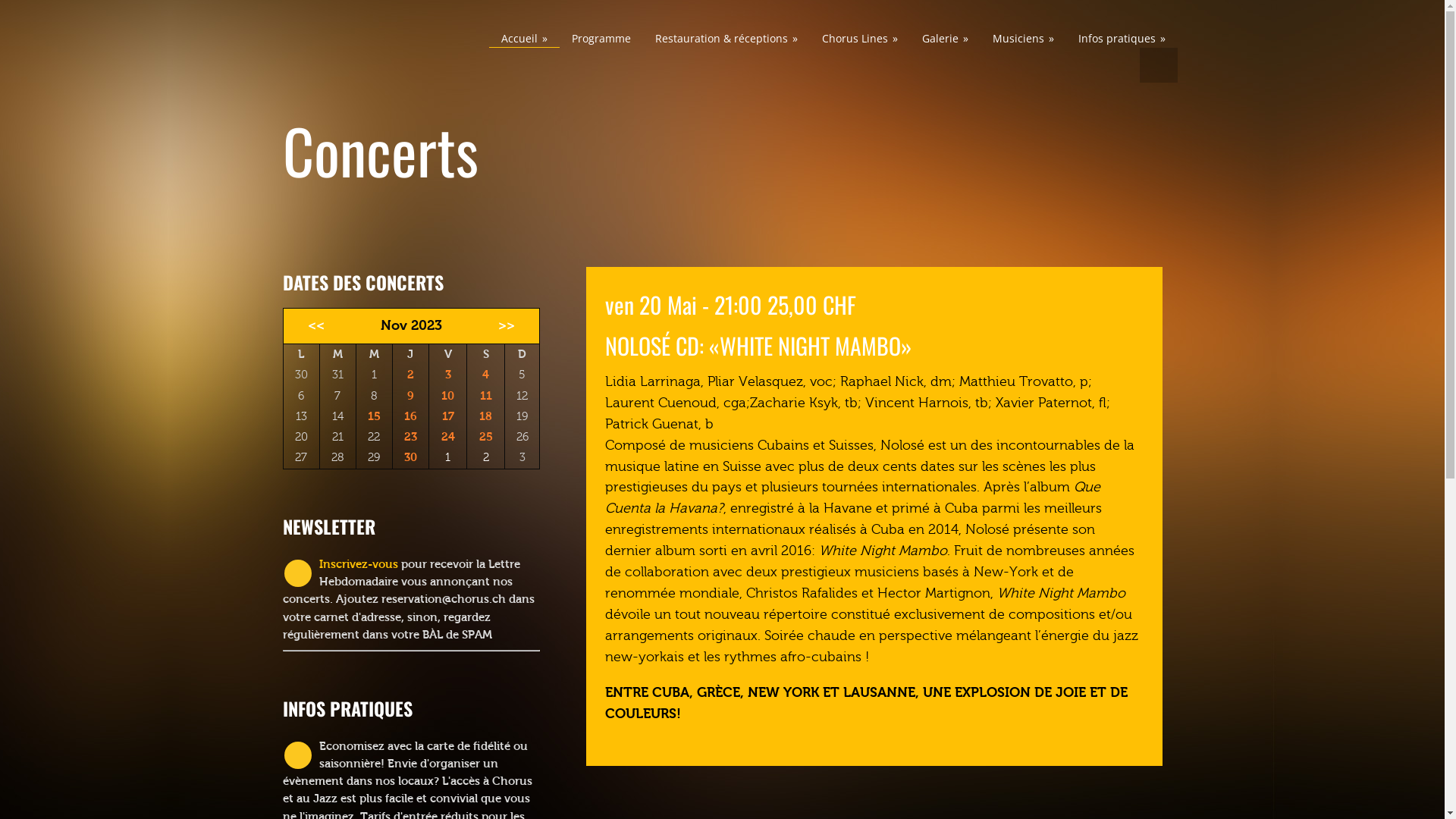  What do you see at coordinates (410, 374) in the screenshot?
I see `'2'` at bounding box center [410, 374].